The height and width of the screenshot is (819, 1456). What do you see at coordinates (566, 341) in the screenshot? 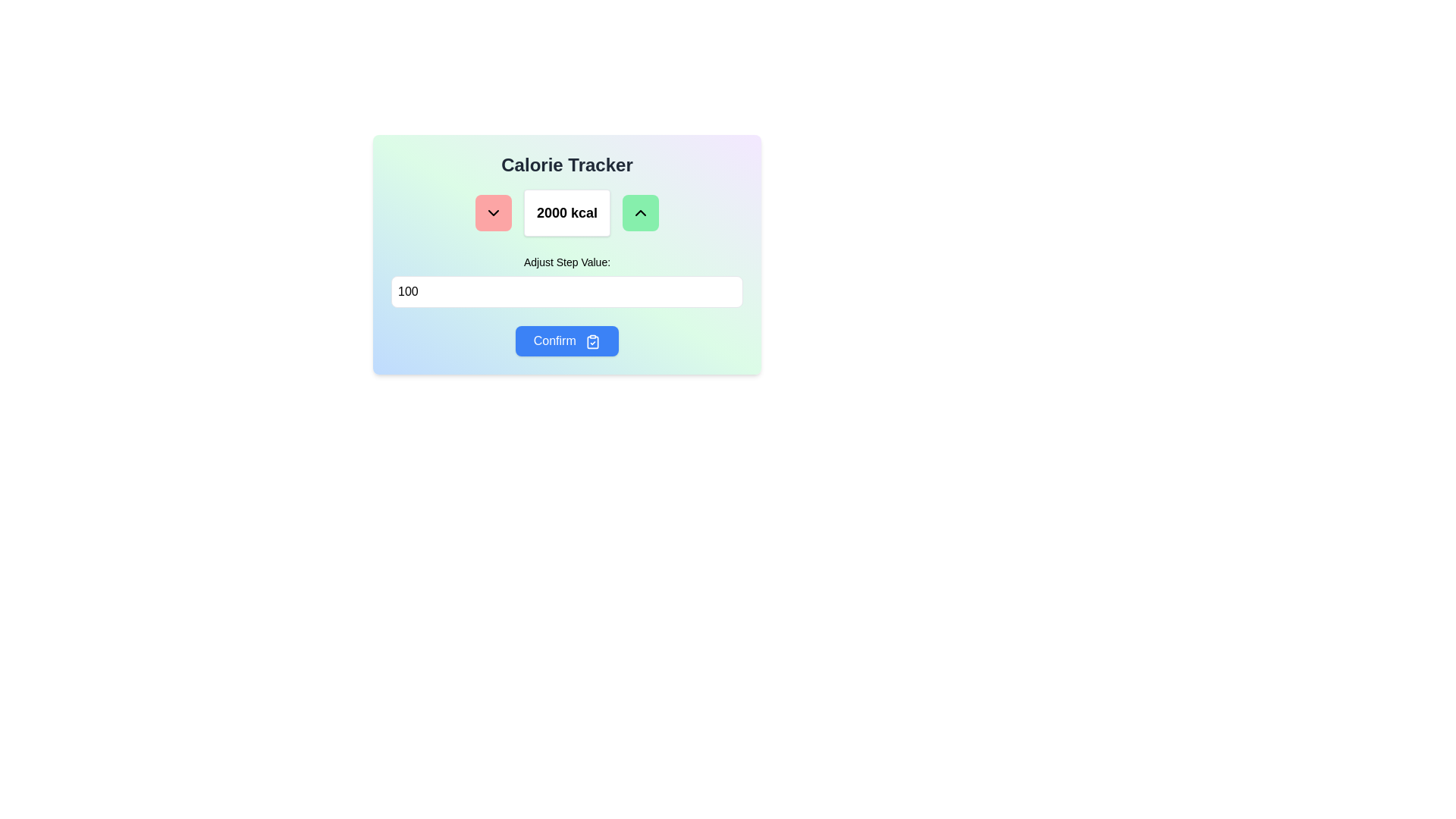
I see `the 'Confirm' button, which is a rectangular button with a bold blue background and white text, to observe hover effects` at bounding box center [566, 341].